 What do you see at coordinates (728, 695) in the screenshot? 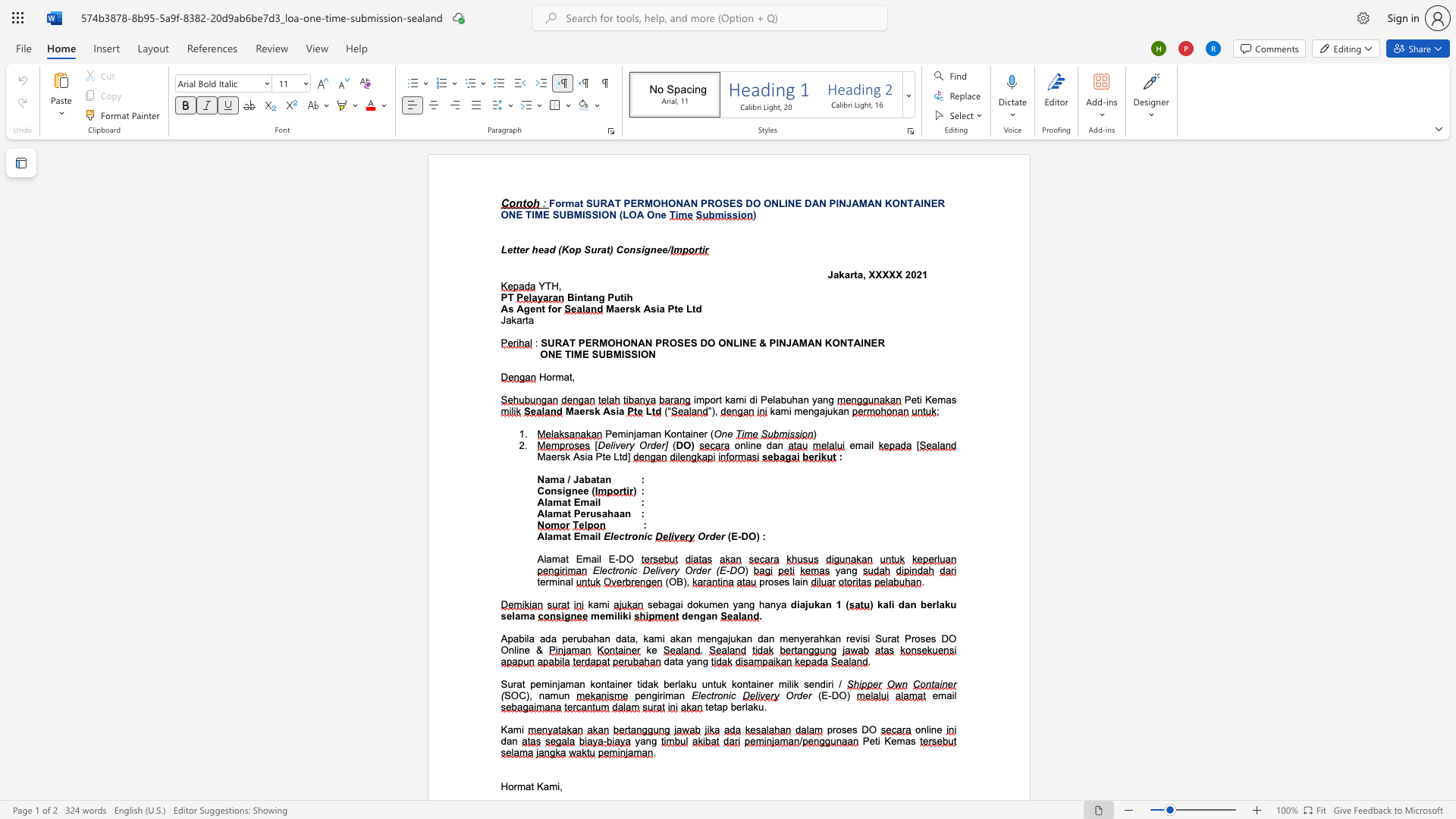
I see `the subset text "ic" within the text "Electronic"` at bounding box center [728, 695].